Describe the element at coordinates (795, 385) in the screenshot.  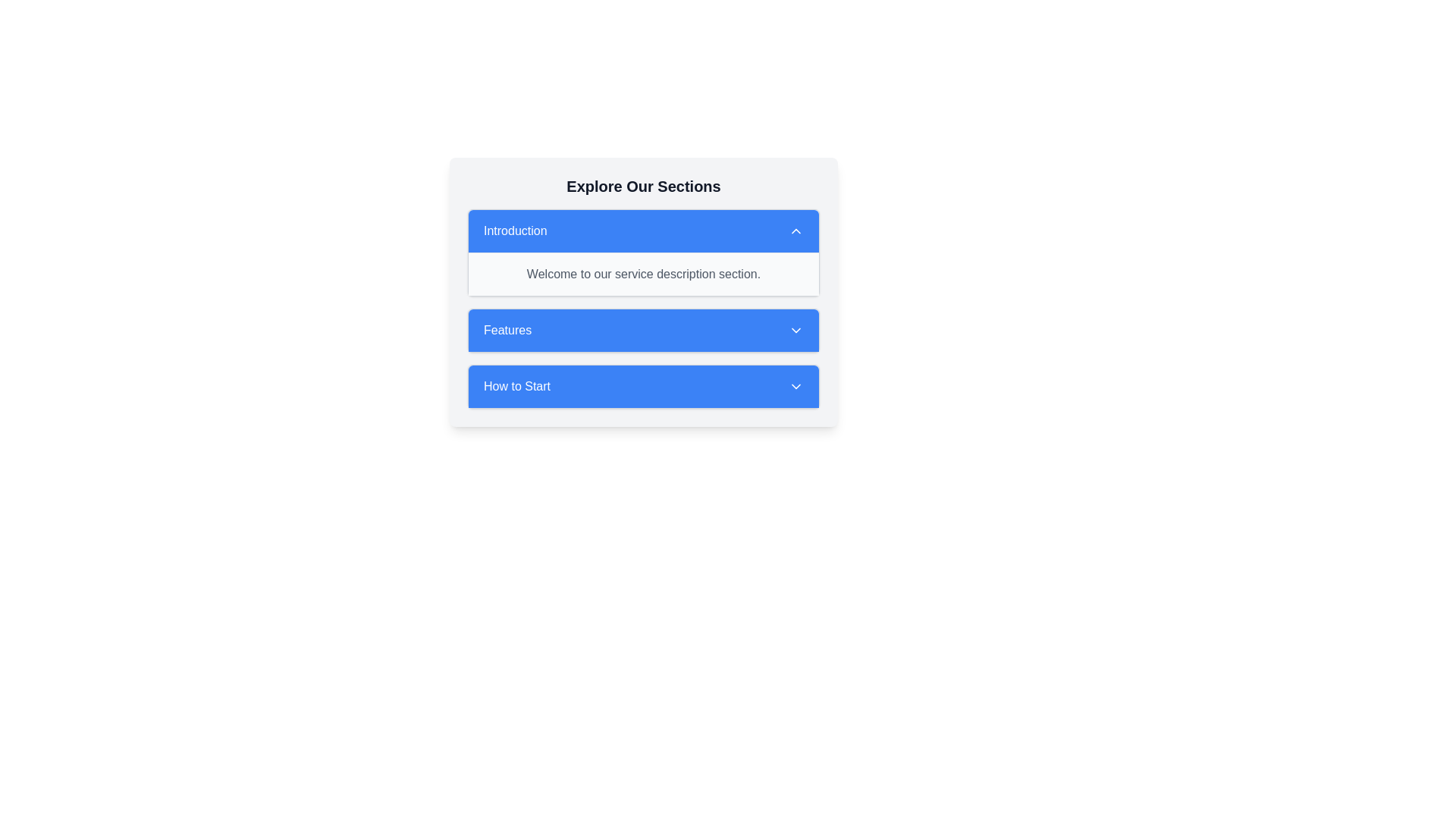
I see `the downward-facing arrow icon located at the bottom-right corner of the 'How` at that location.